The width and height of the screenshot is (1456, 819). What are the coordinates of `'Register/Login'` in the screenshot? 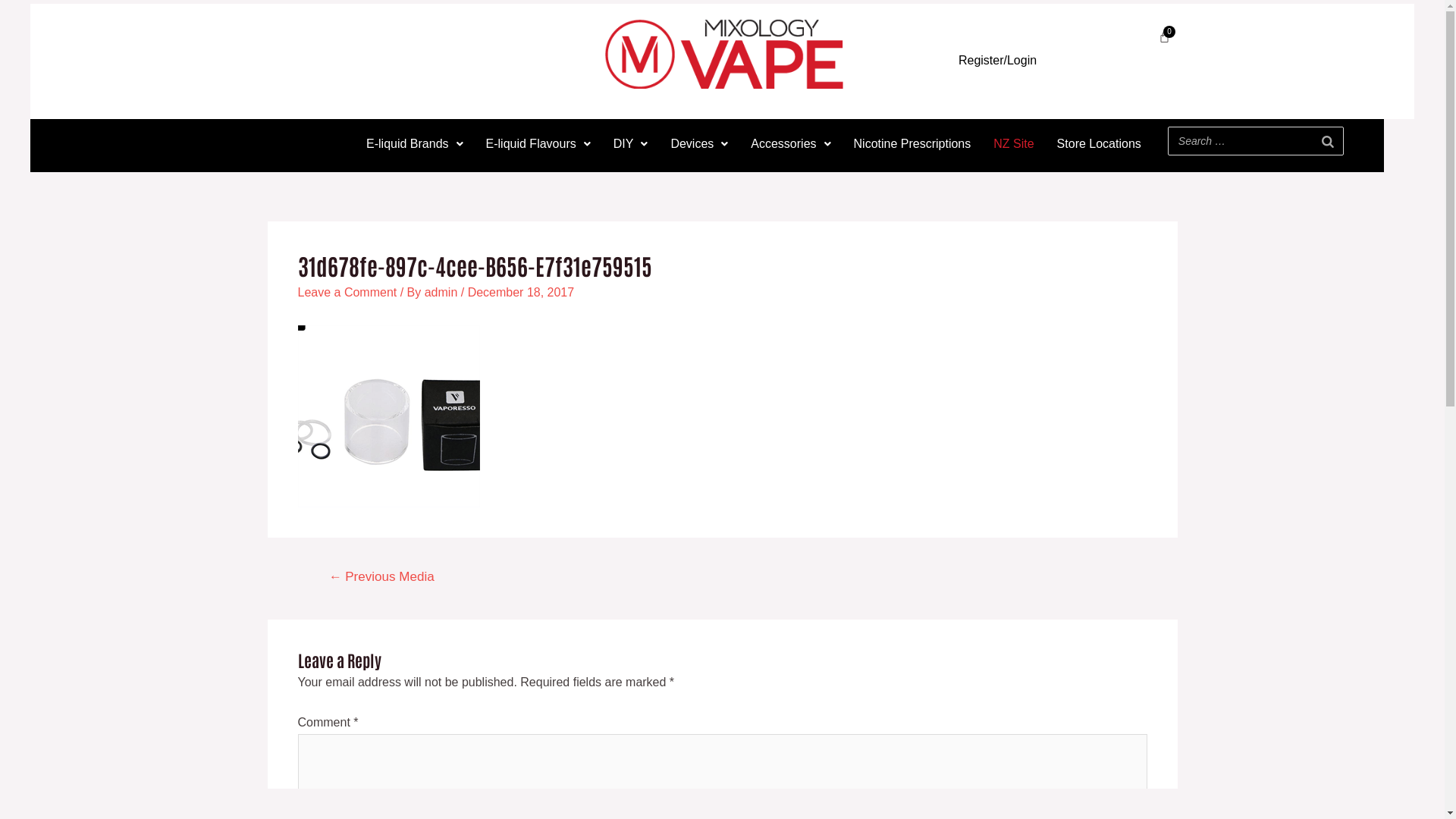 It's located at (997, 59).